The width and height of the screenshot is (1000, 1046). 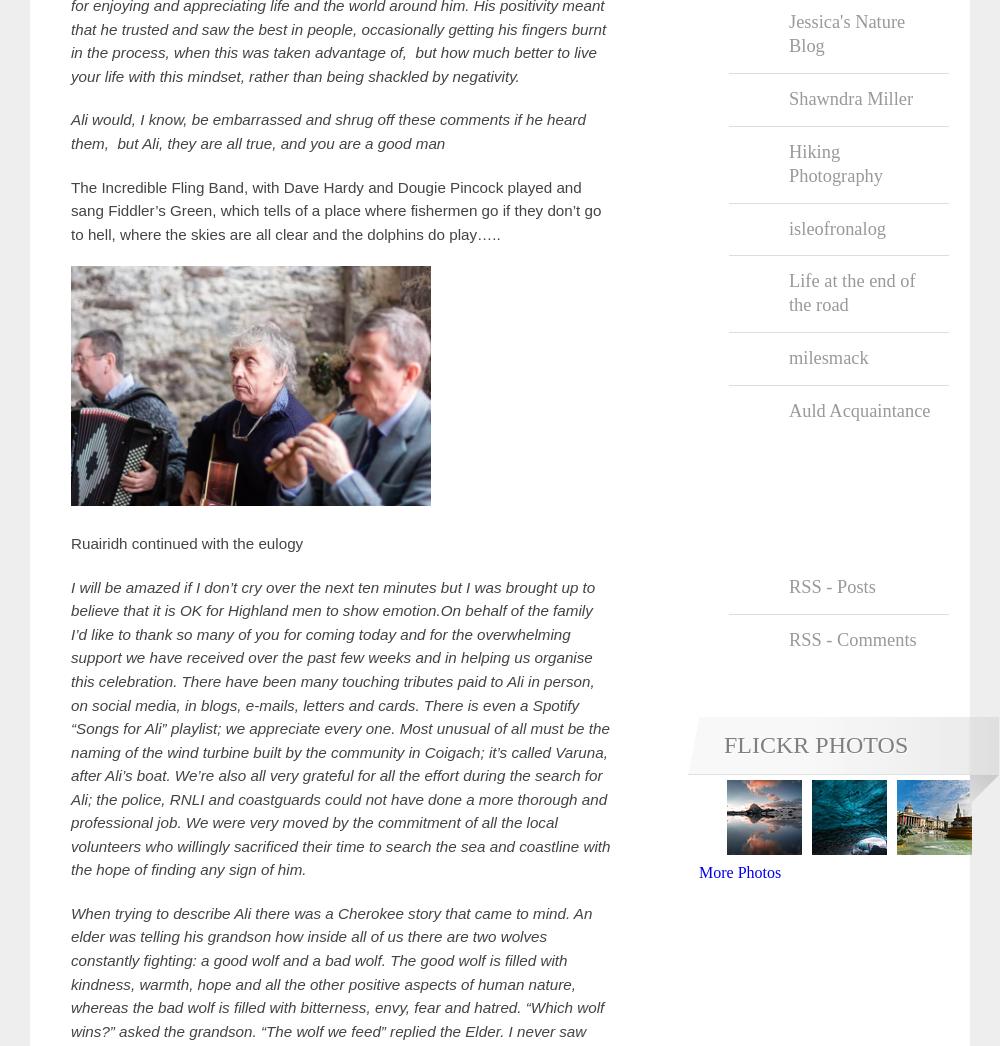 What do you see at coordinates (850, 98) in the screenshot?
I see `'Shawndra Miller'` at bounding box center [850, 98].